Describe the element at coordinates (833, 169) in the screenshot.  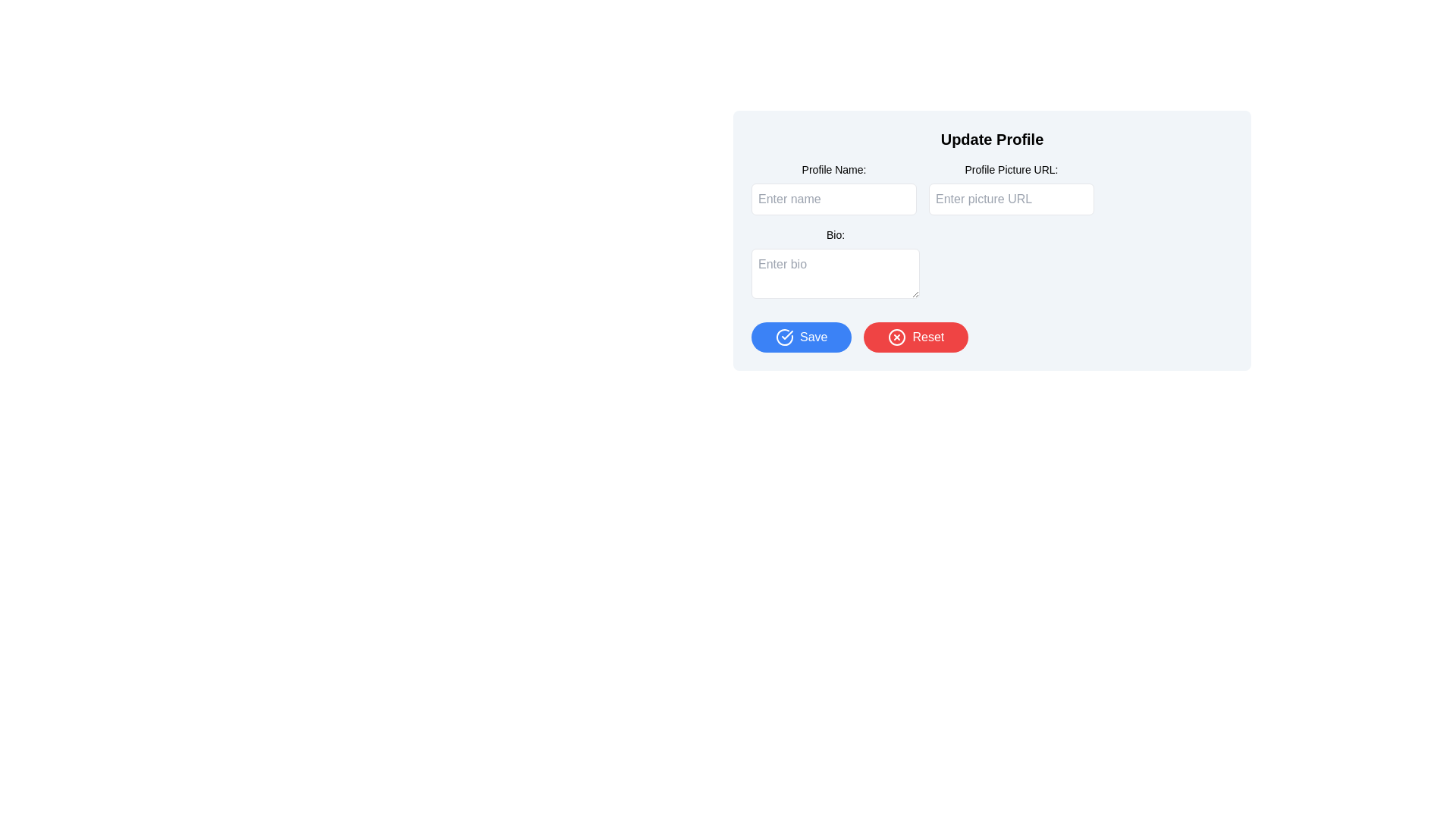
I see `the text label displaying 'Profile Name:' which is located above the input field in the left portion of the form area` at that location.